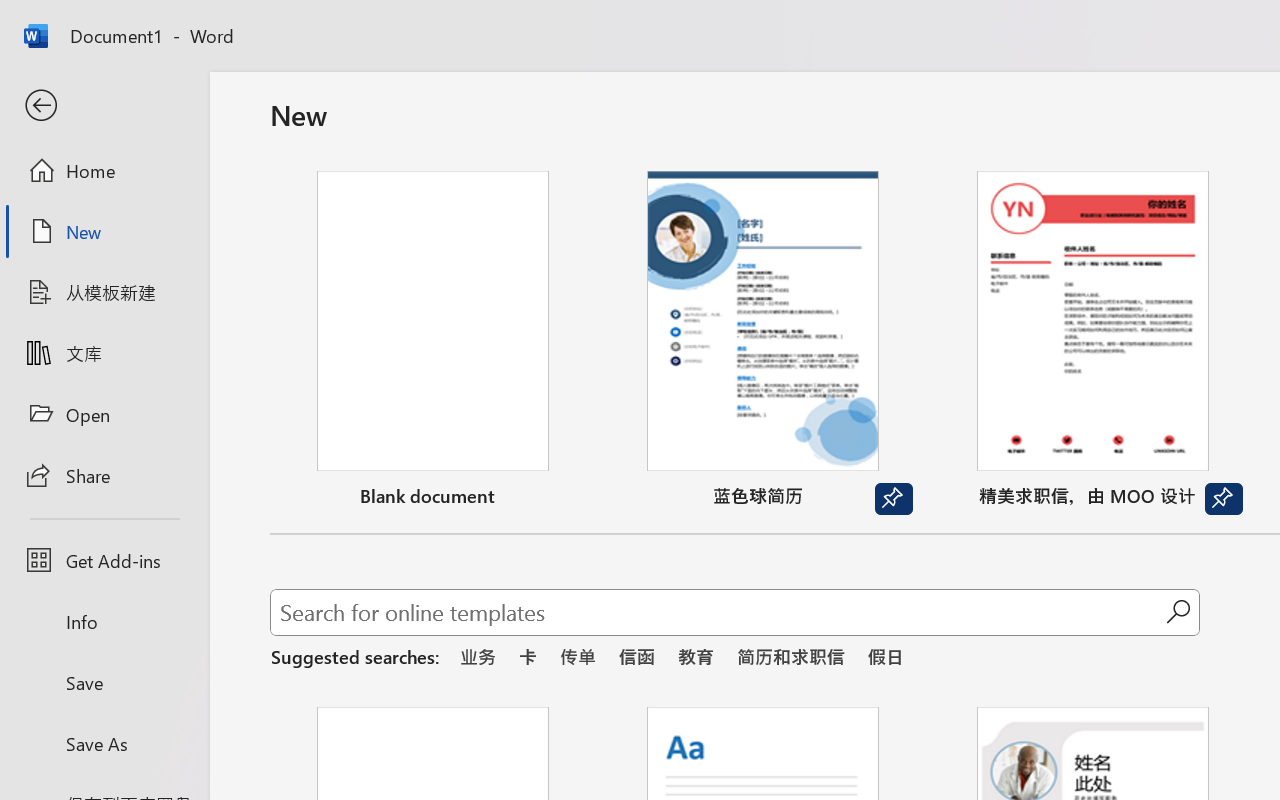 Image resolution: width=1280 pixels, height=800 pixels. What do you see at coordinates (1178, 612) in the screenshot?
I see `'Start searching'` at bounding box center [1178, 612].